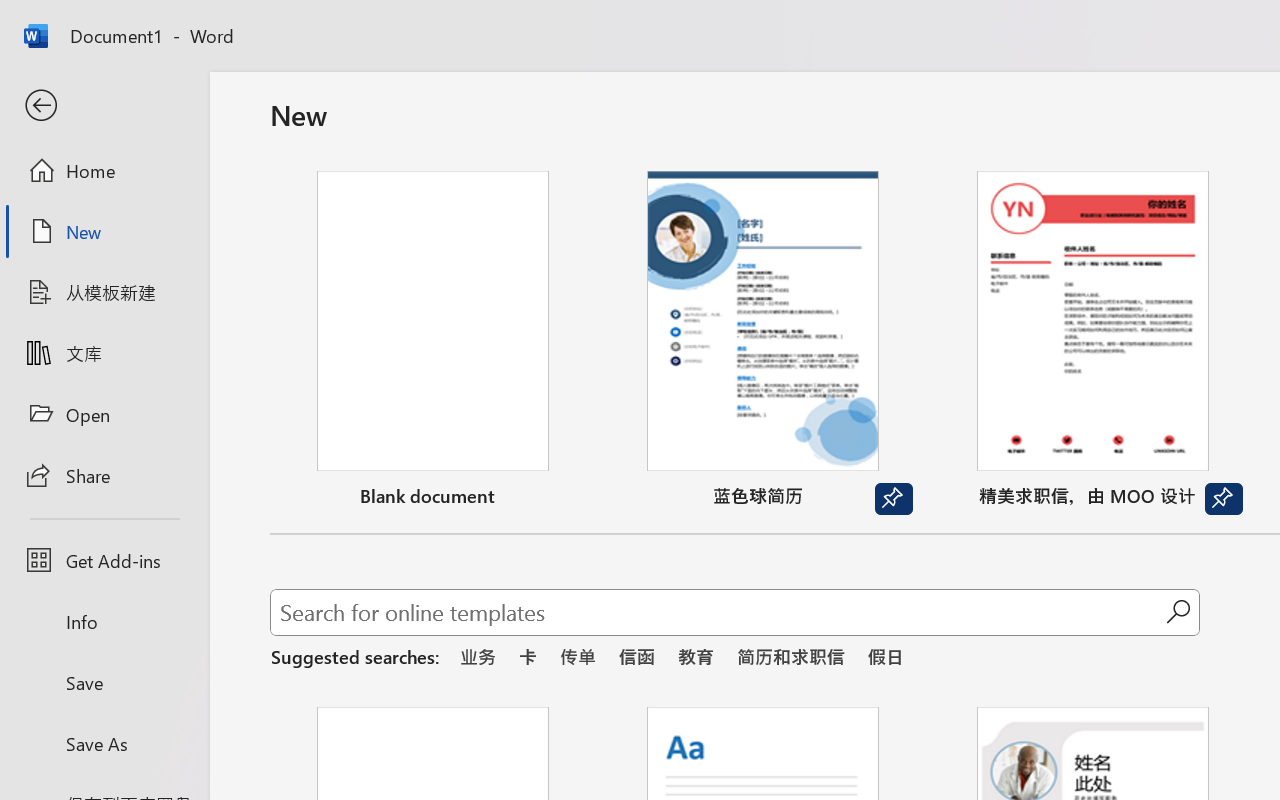 Image resolution: width=1280 pixels, height=800 pixels. What do you see at coordinates (1178, 612) in the screenshot?
I see `'Start searching'` at bounding box center [1178, 612].